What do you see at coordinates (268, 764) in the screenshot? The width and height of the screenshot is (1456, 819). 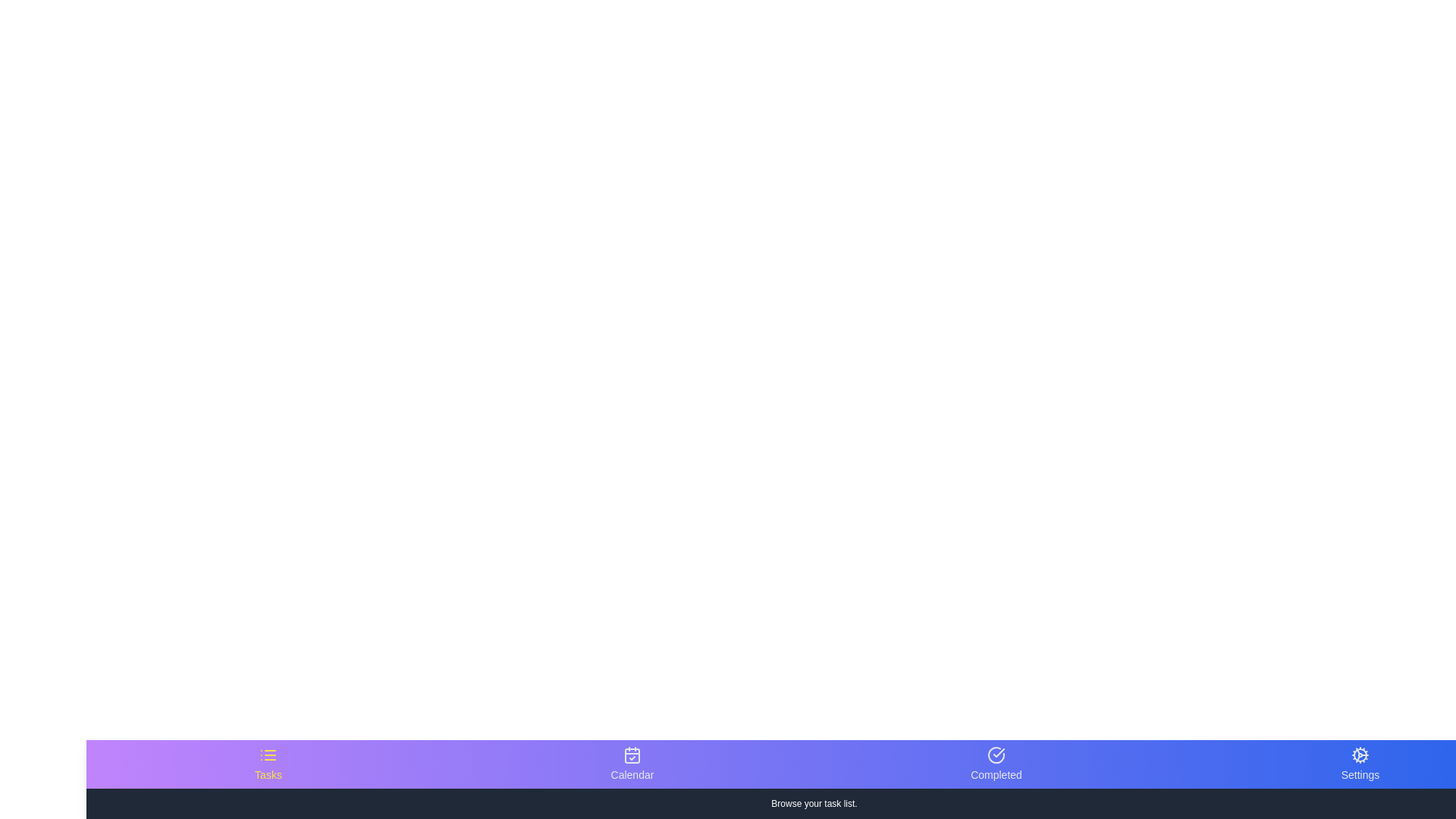 I see `the navigation icon corresponding to Tasks` at bounding box center [268, 764].